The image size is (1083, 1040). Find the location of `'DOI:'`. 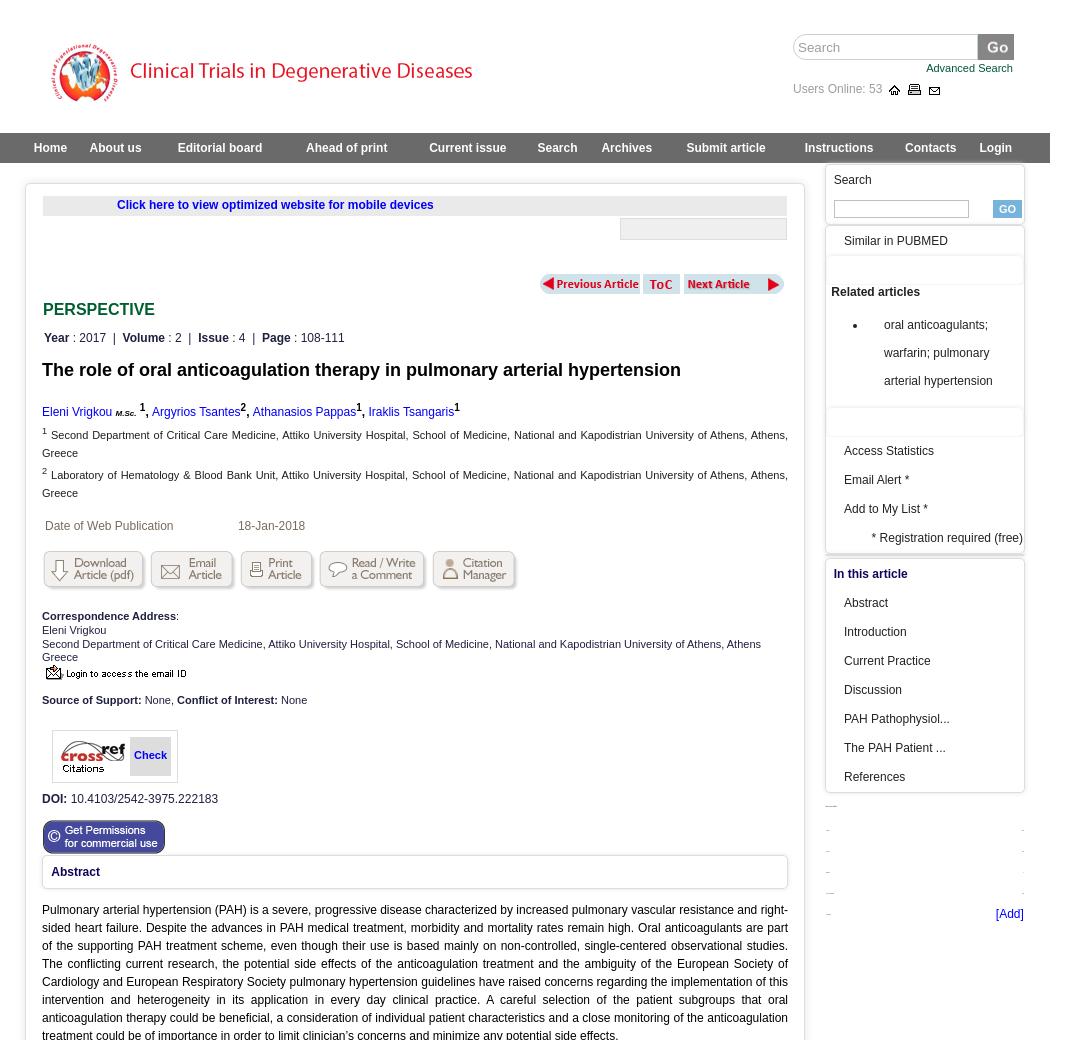

'DOI:' is located at coordinates (54, 796).